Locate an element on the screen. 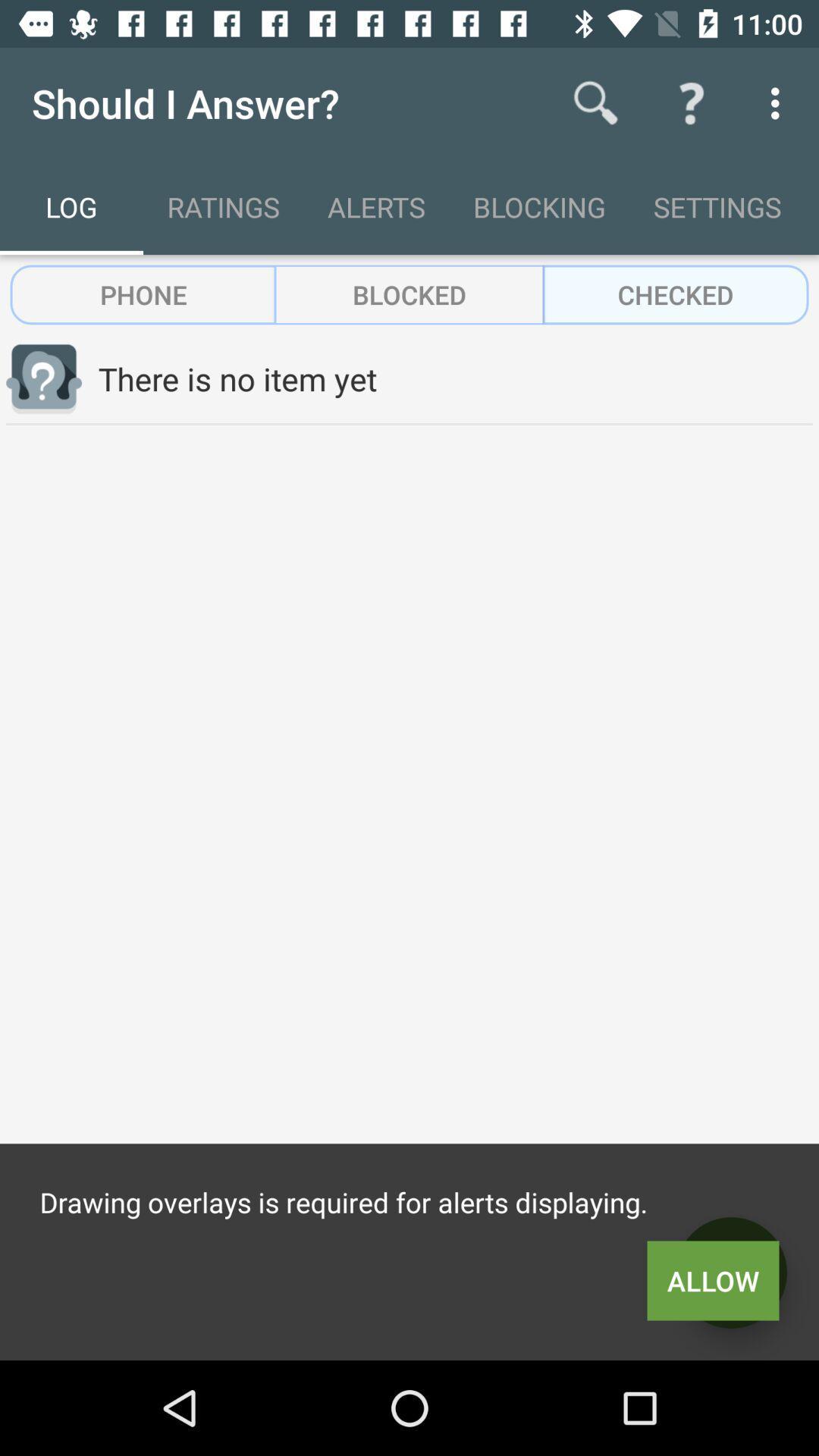 This screenshot has width=819, height=1456. the text phone is located at coordinates (143, 294).